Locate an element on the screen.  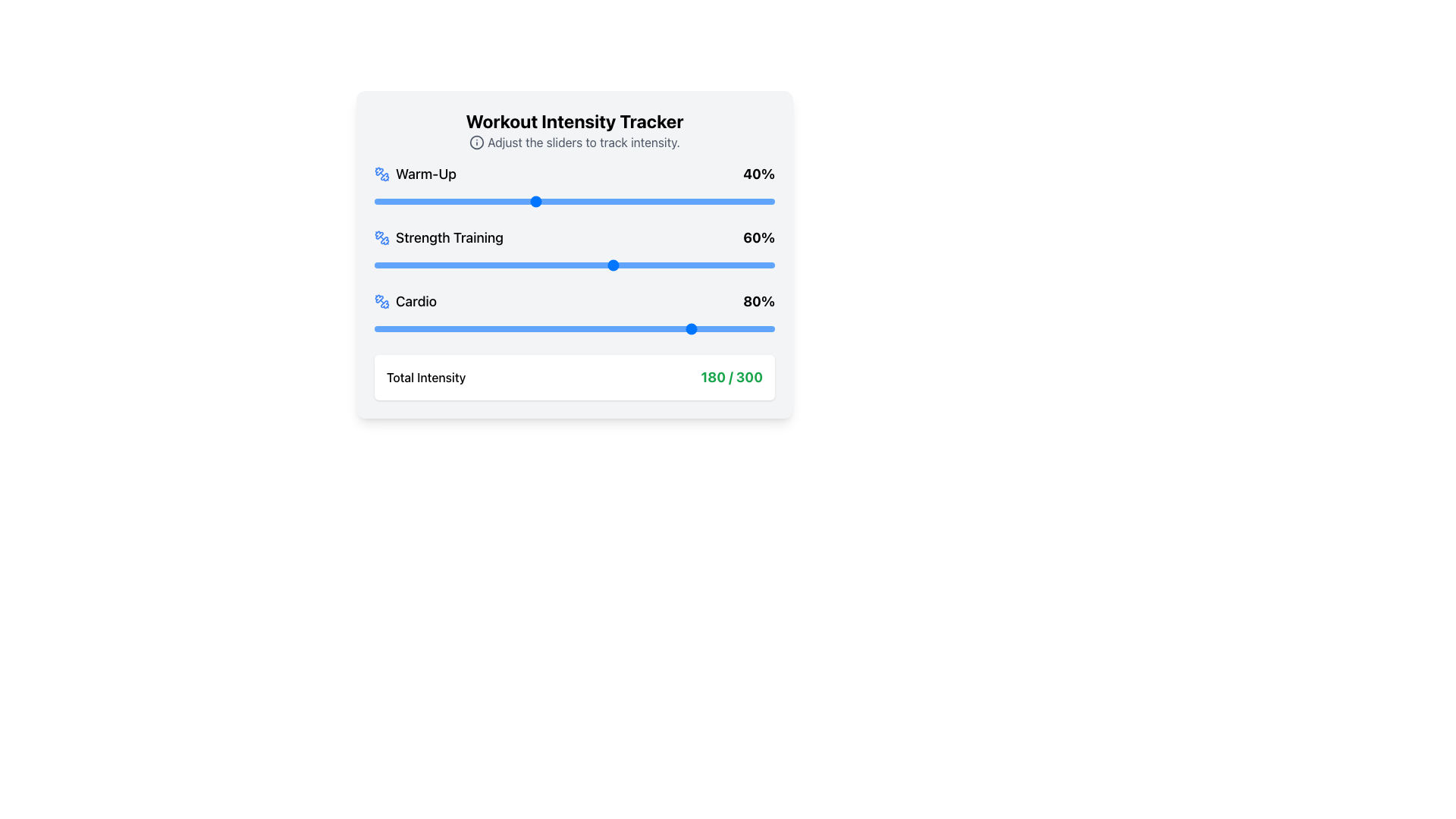
the cardio intensity slider is located at coordinates (630, 328).